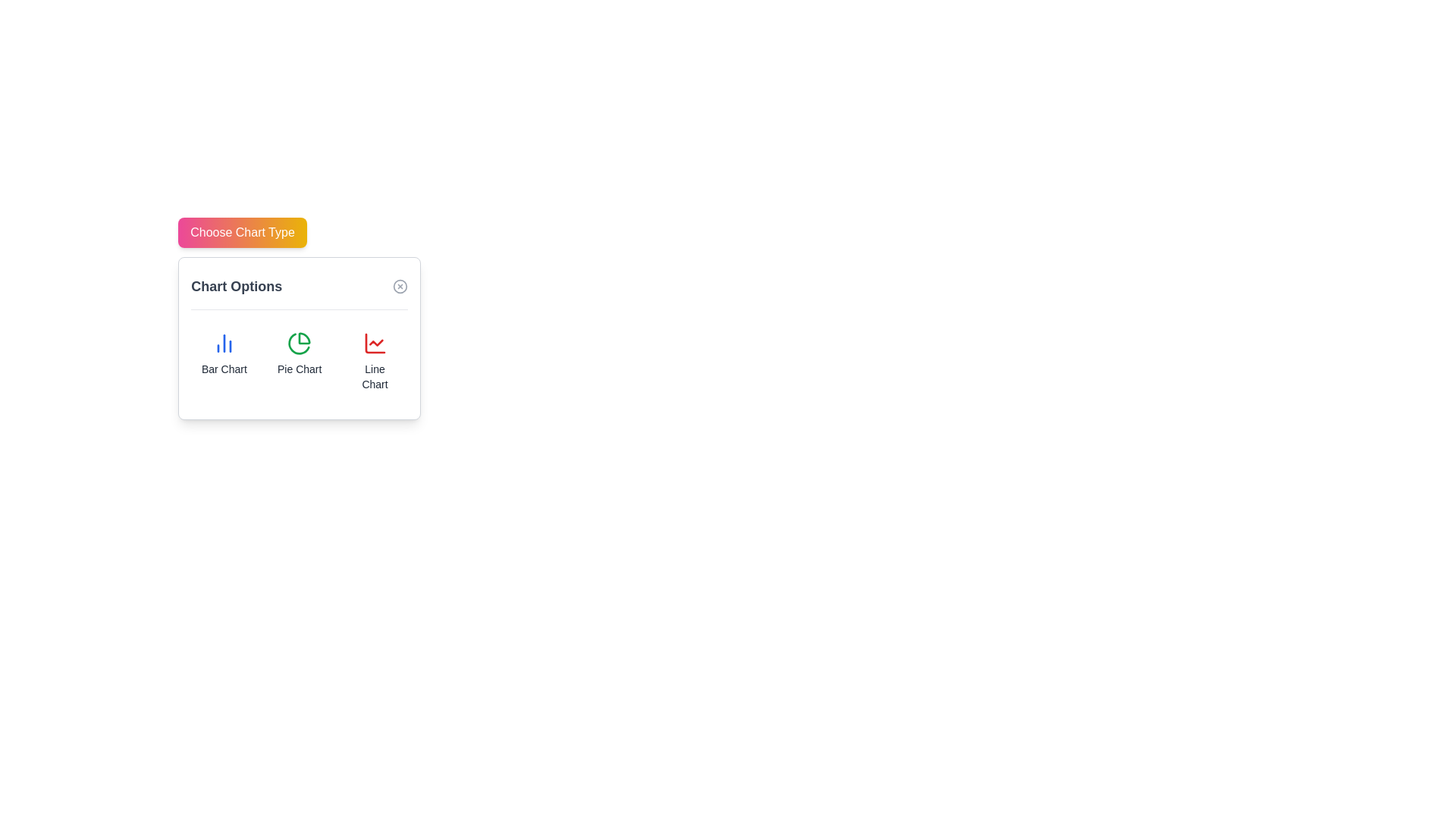 This screenshot has width=1456, height=819. I want to click on the 'Line Chart' text label located beneath the red line chart icon in the 'Chart Options' panel, so click(375, 376).